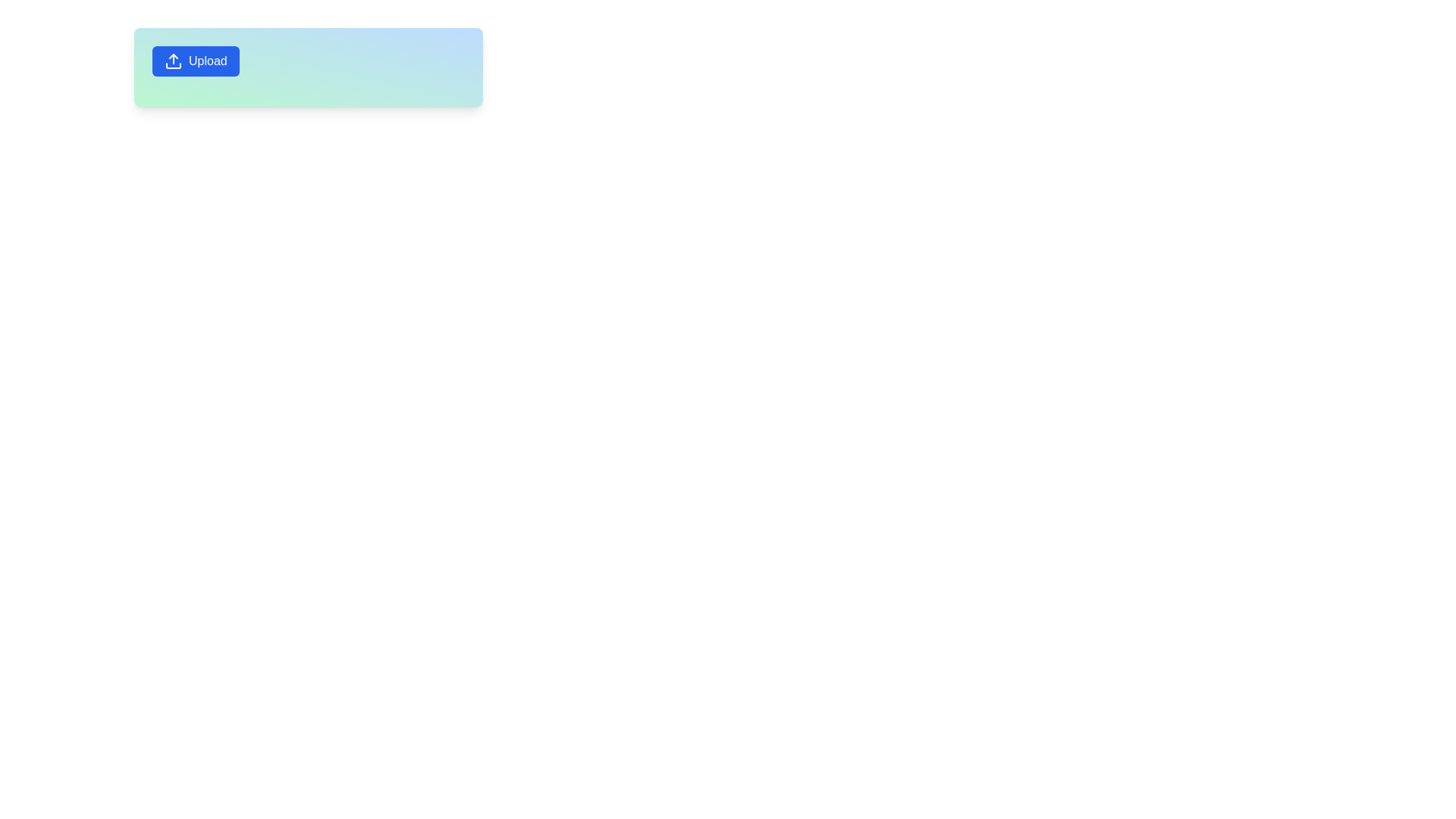  What do you see at coordinates (174, 61) in the screenshot?
I see `the upload icon located to the left of the 'Upload' button, which visually represents the upload functionality` at bounding box center [174, 61].